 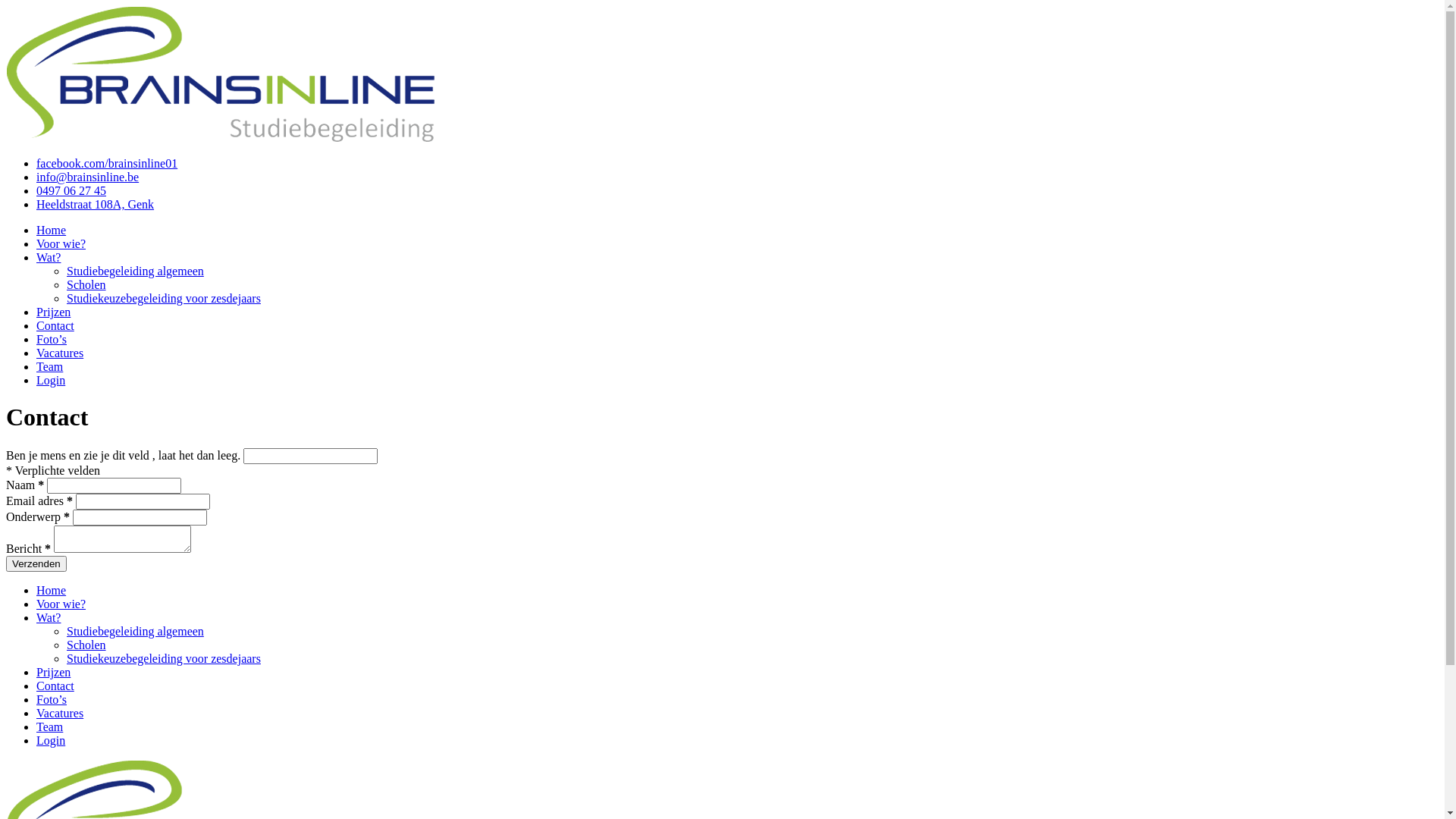 What do you see at coordinates (59, 713) in the screenshot?
I see `'Vacatures'` at bounding box center [59, 713].